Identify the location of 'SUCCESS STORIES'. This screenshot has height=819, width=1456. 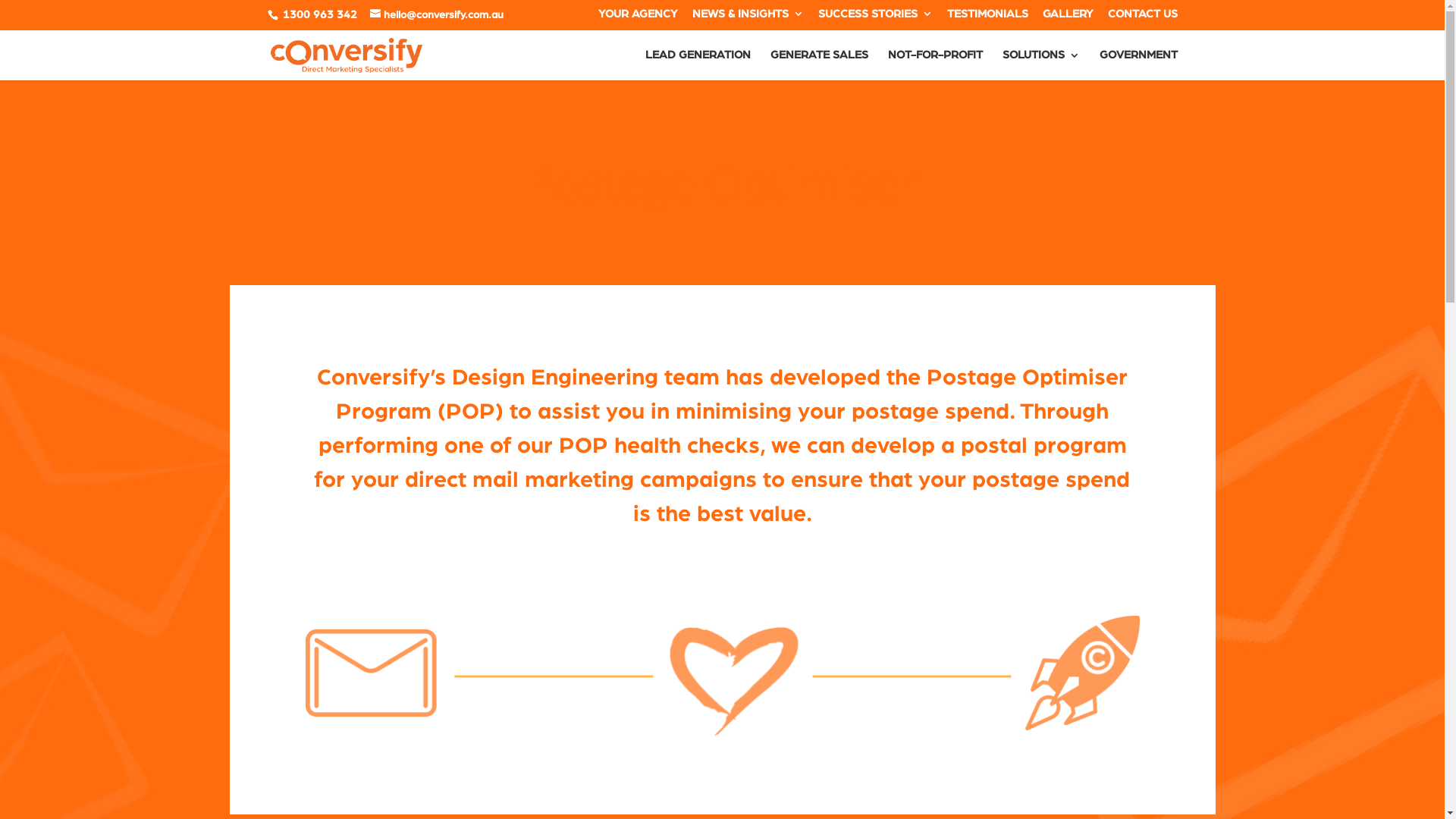
(874, 17).